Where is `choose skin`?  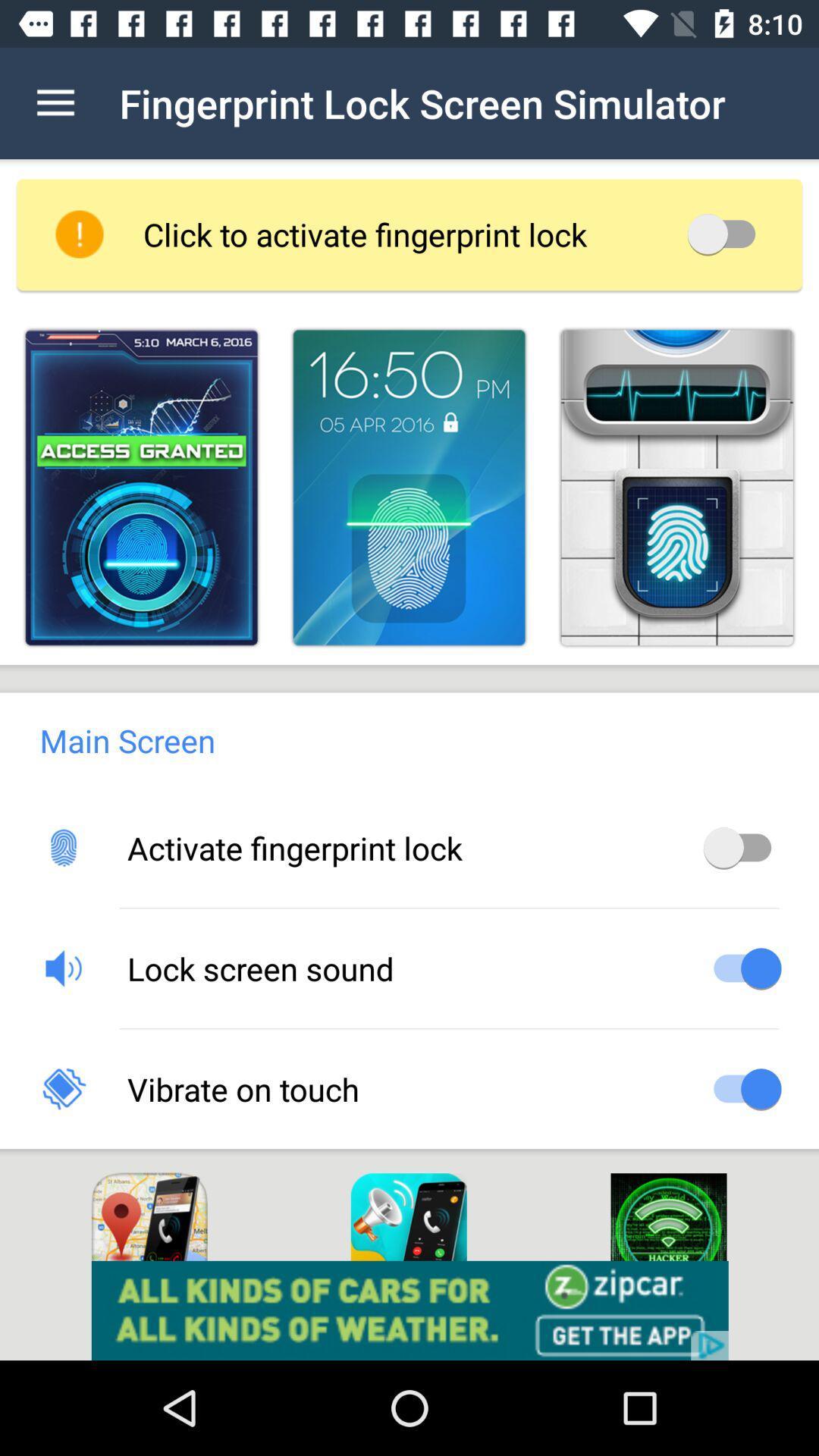 choose skin is located at coordinates (676, 488).